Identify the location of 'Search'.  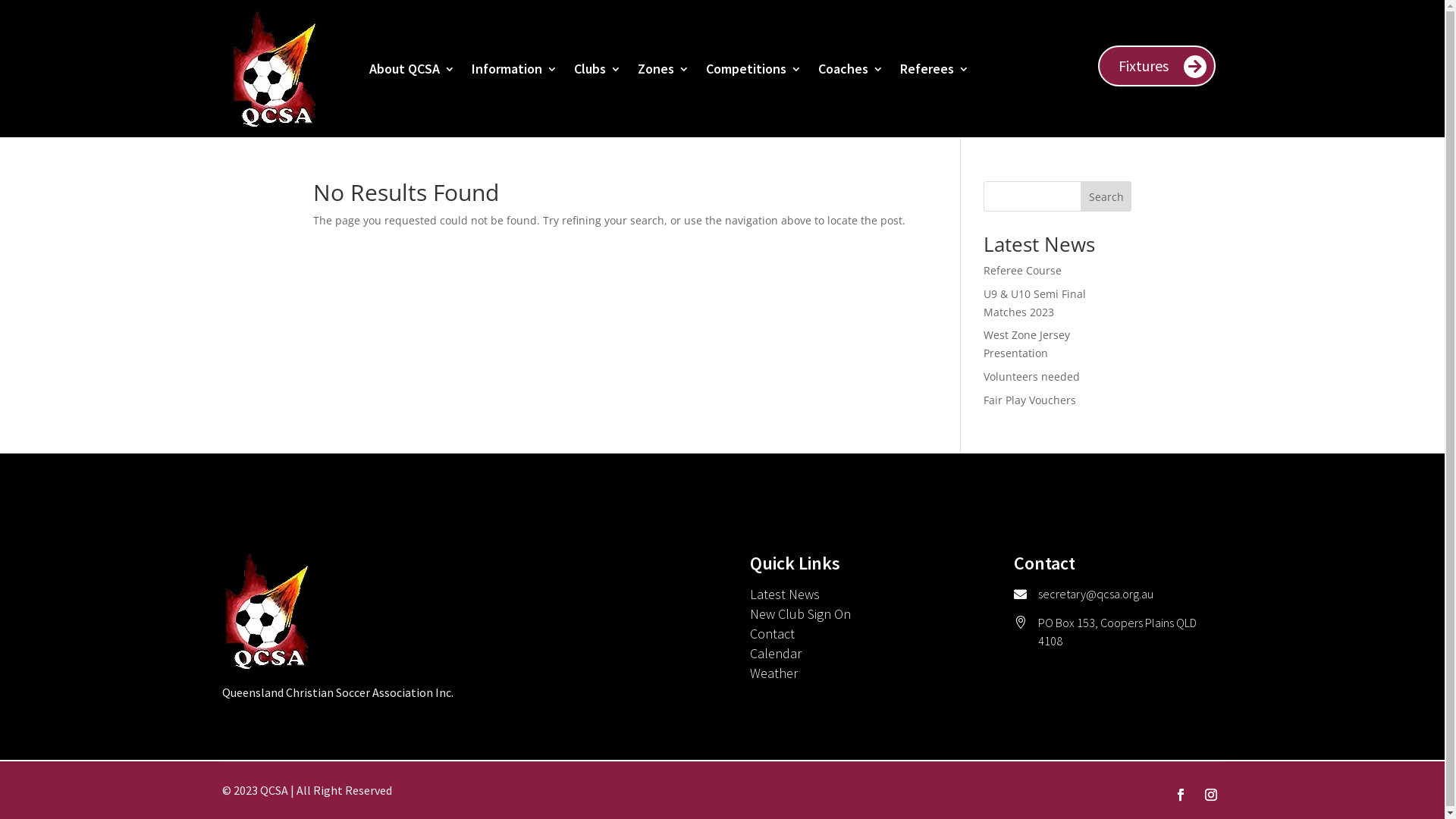
(1080, 195).